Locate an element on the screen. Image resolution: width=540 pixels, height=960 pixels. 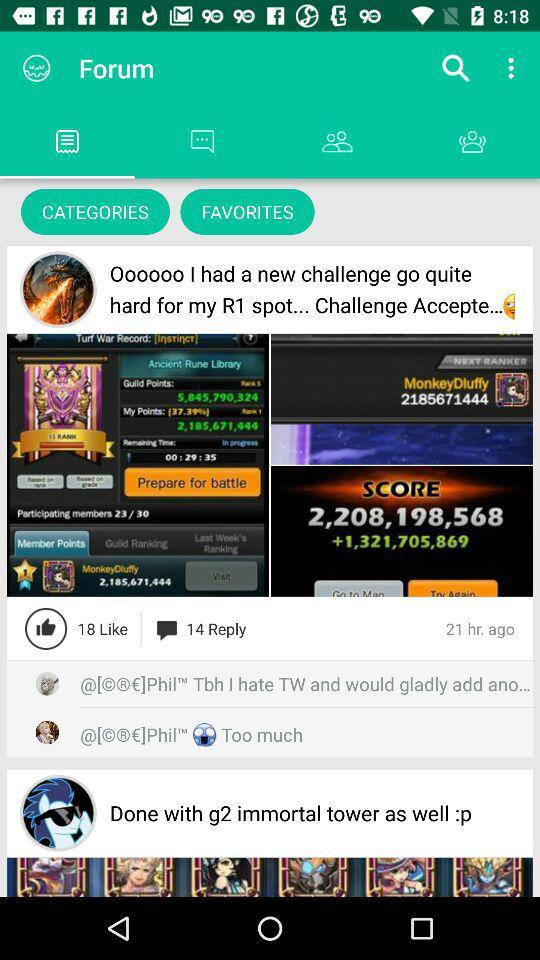
the categories item is located at coordinates (94, 211).